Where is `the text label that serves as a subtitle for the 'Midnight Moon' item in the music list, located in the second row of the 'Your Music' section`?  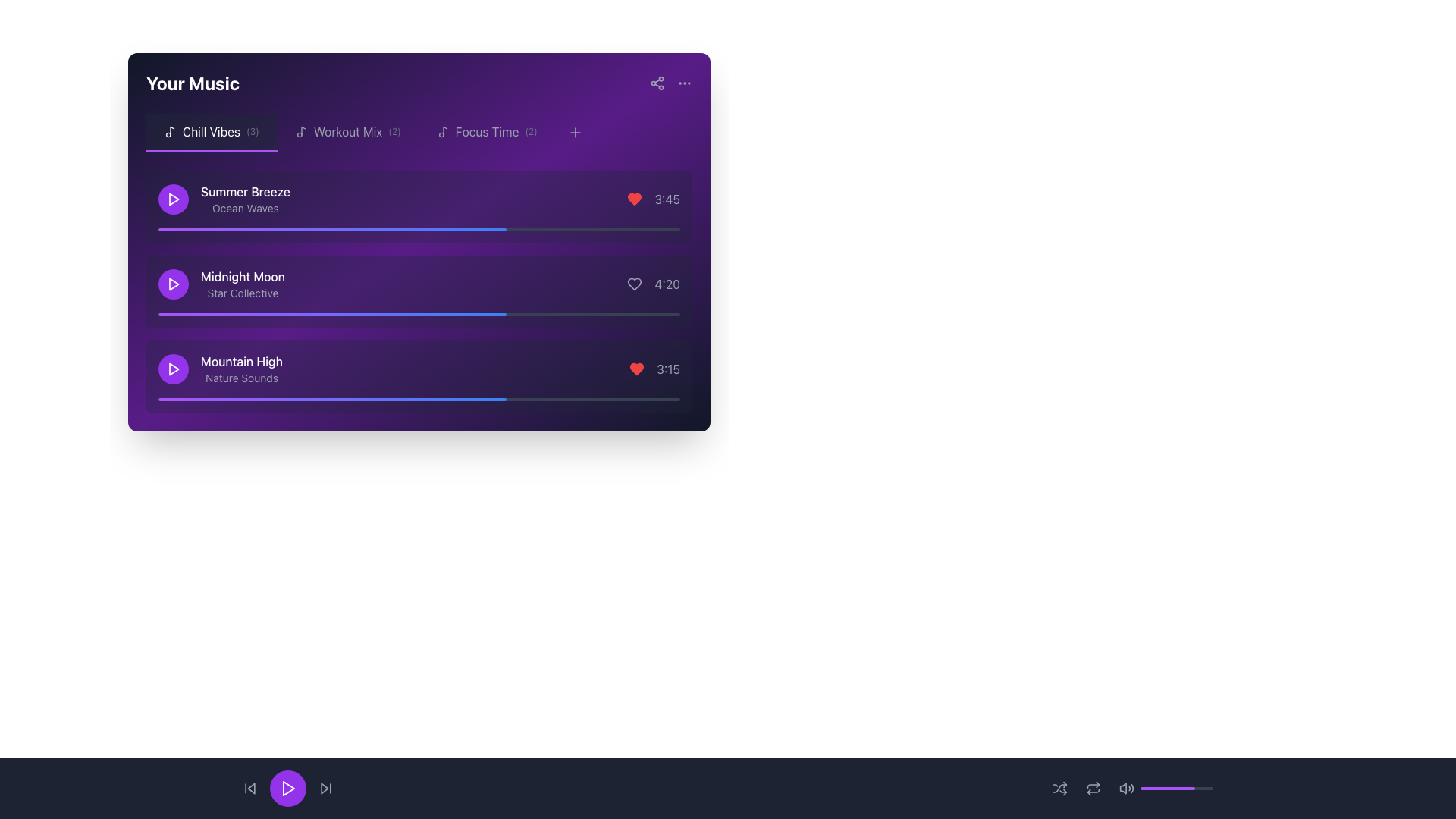
the text label that serves as a subtitle for the 'Midnight Moon' item in the music list, located in the second row of the 'Your Music' section is located at coordinates (243, 293).